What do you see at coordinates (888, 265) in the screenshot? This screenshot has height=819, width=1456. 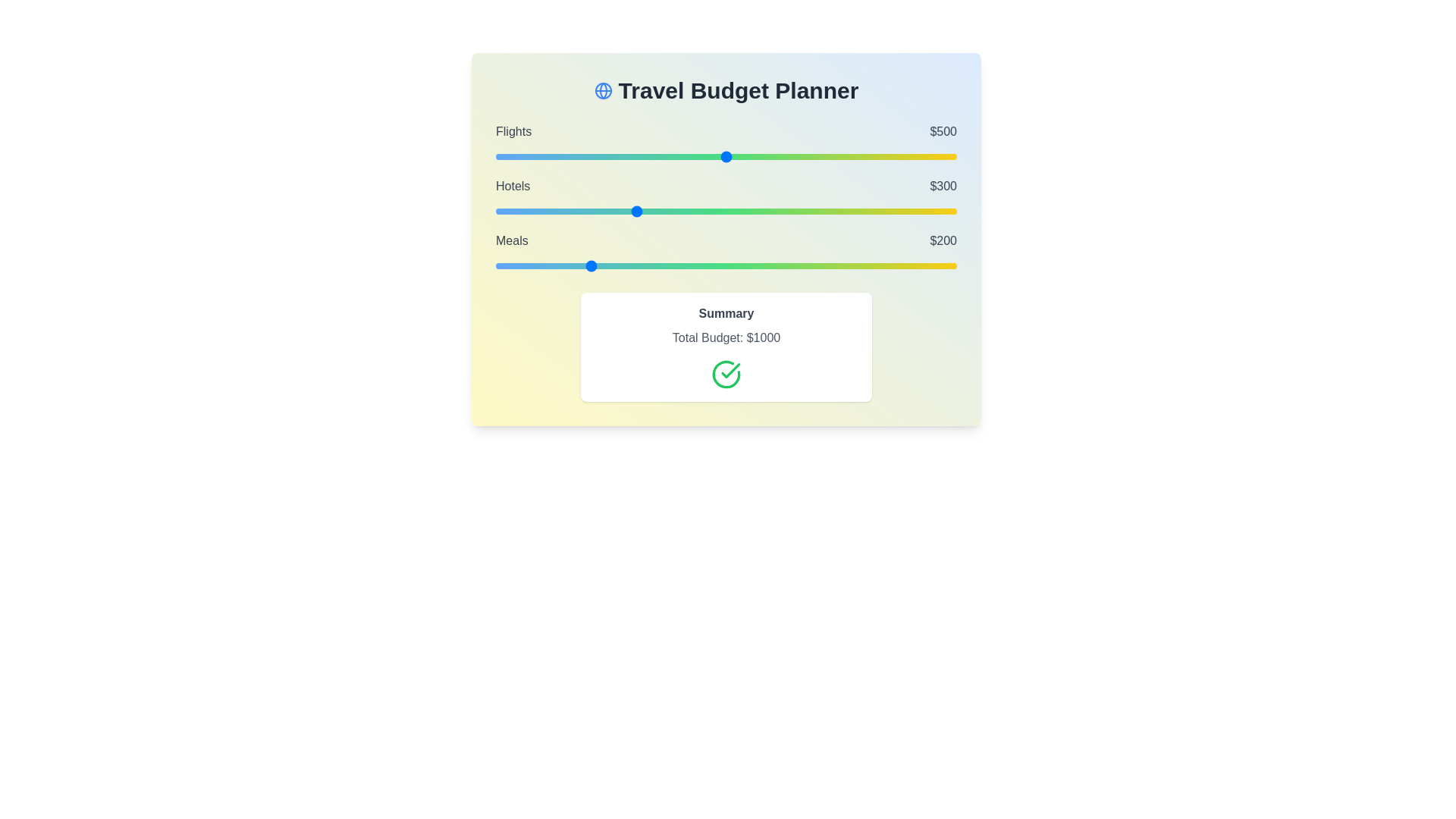 I see `the 'Meals' slider to 851 within the range 0 to 1000` at bounding box center [888, 265].